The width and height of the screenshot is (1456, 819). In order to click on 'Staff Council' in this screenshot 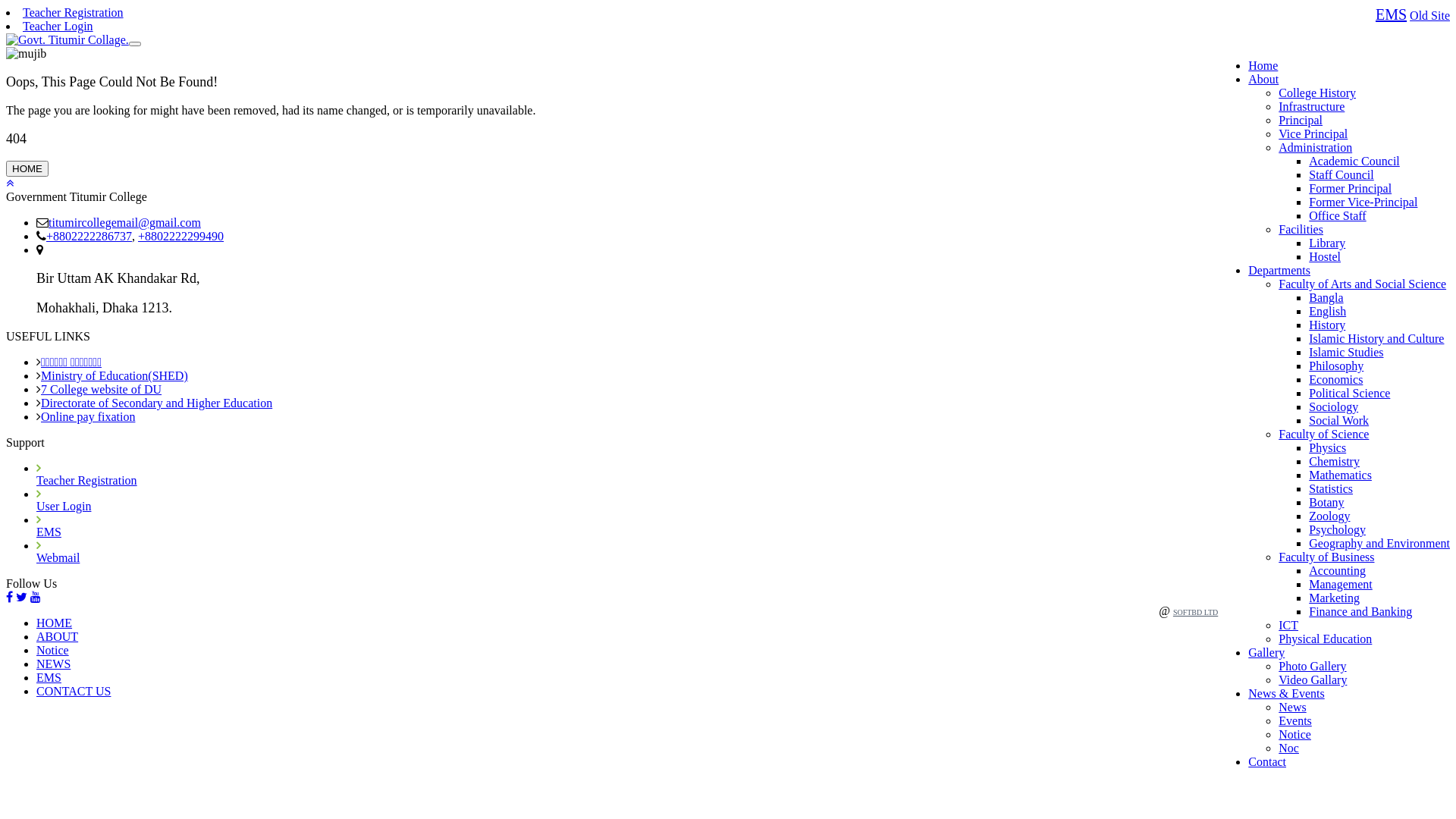, I will do `click(1341, 174)`.